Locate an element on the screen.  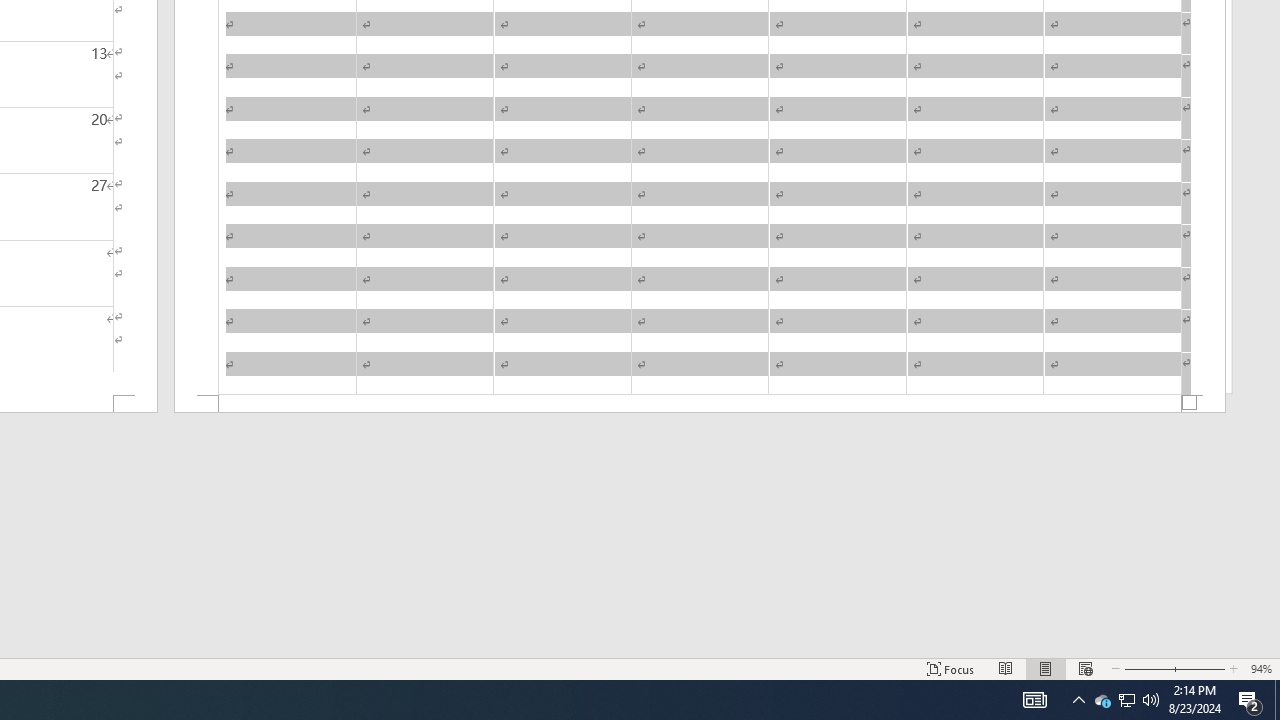
'Print Layout' is located at coordinates (1045, 669).